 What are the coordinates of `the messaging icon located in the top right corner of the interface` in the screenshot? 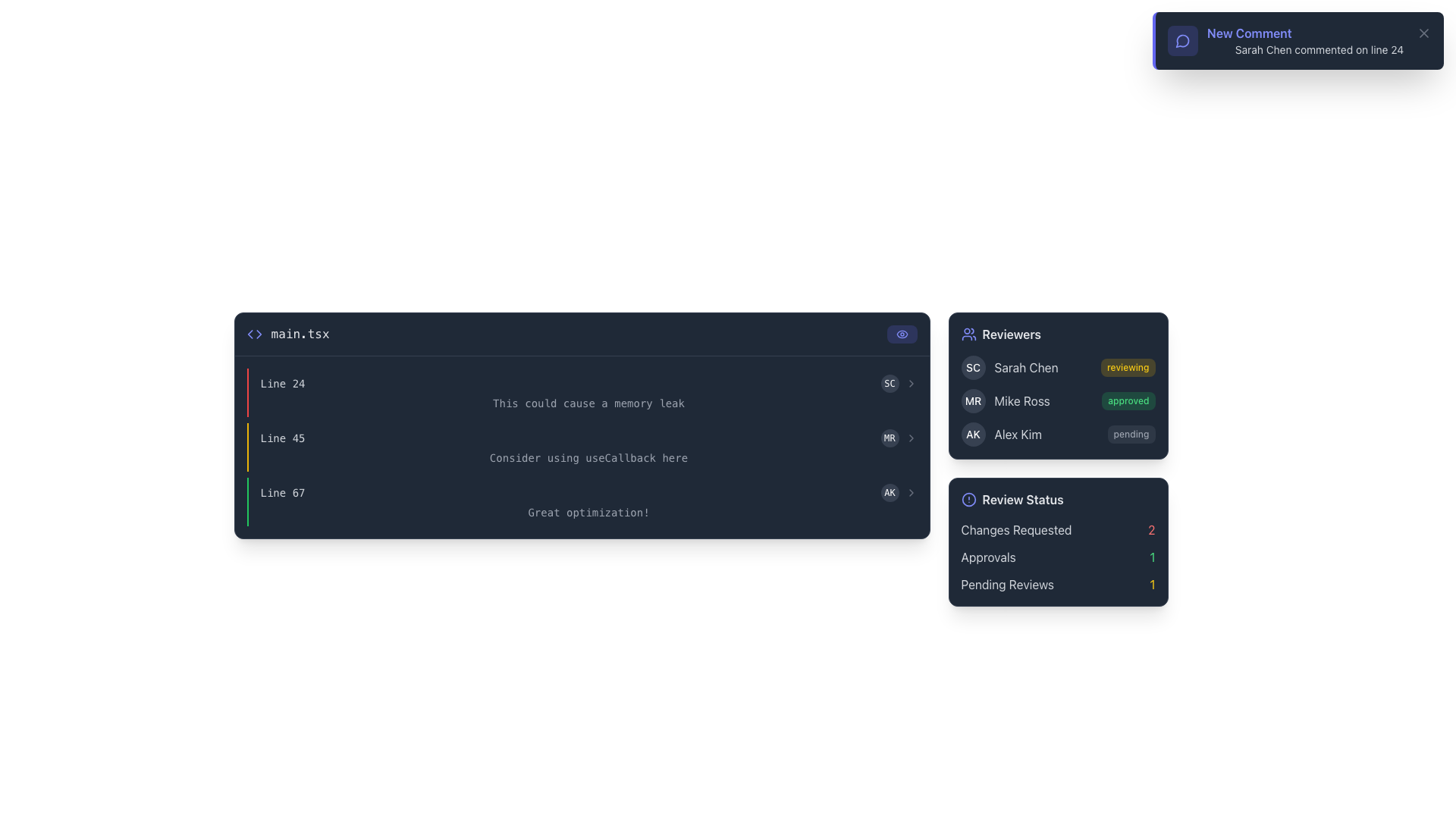 It's located at (1182, 40).